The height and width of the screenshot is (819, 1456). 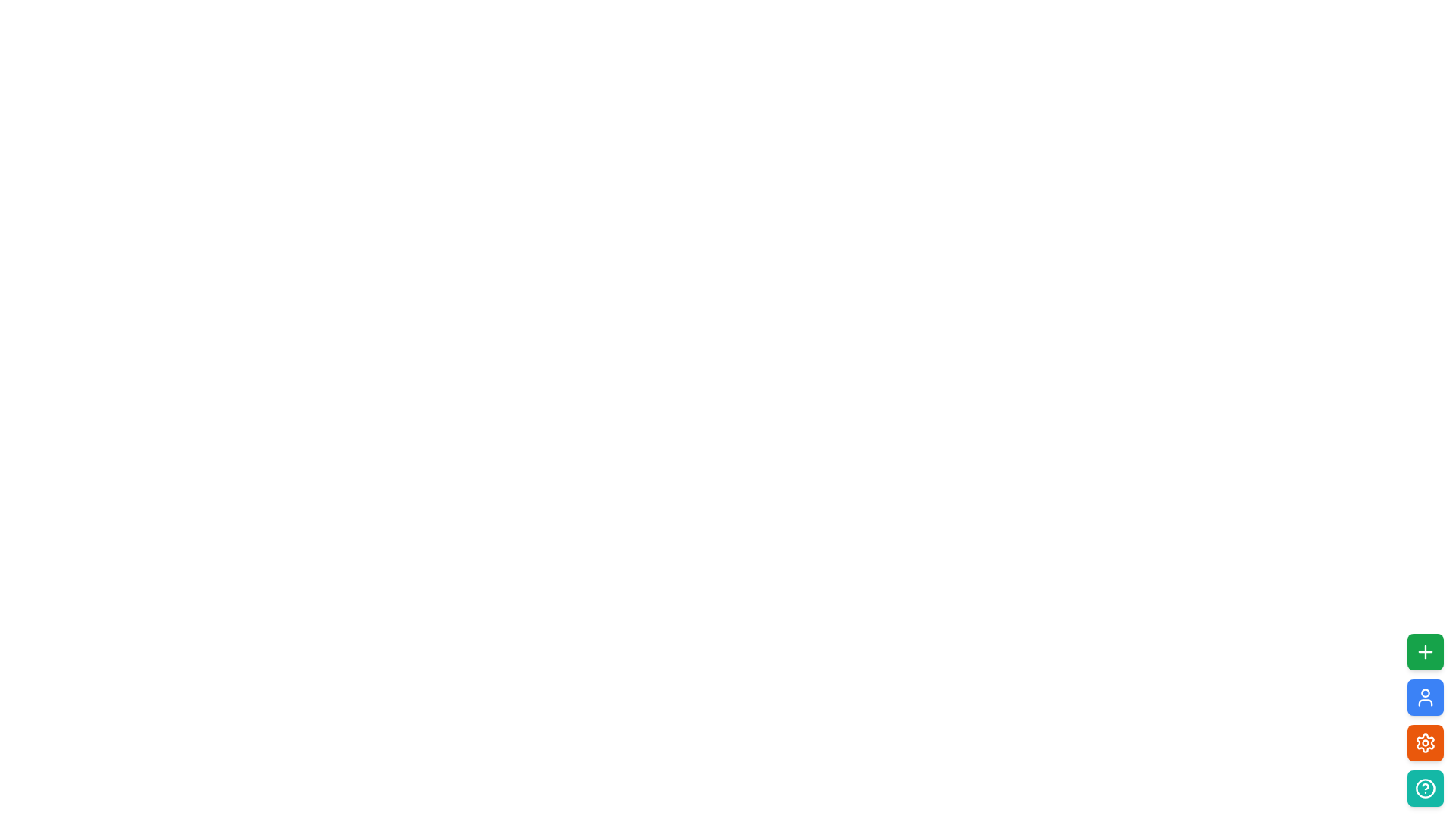 I want to click on the square-shaped button with a soft orange background and a white gear icon, which is the third button in a vertically stacked group of buttons on the right side of the interface, so click(x=1425, y=742).